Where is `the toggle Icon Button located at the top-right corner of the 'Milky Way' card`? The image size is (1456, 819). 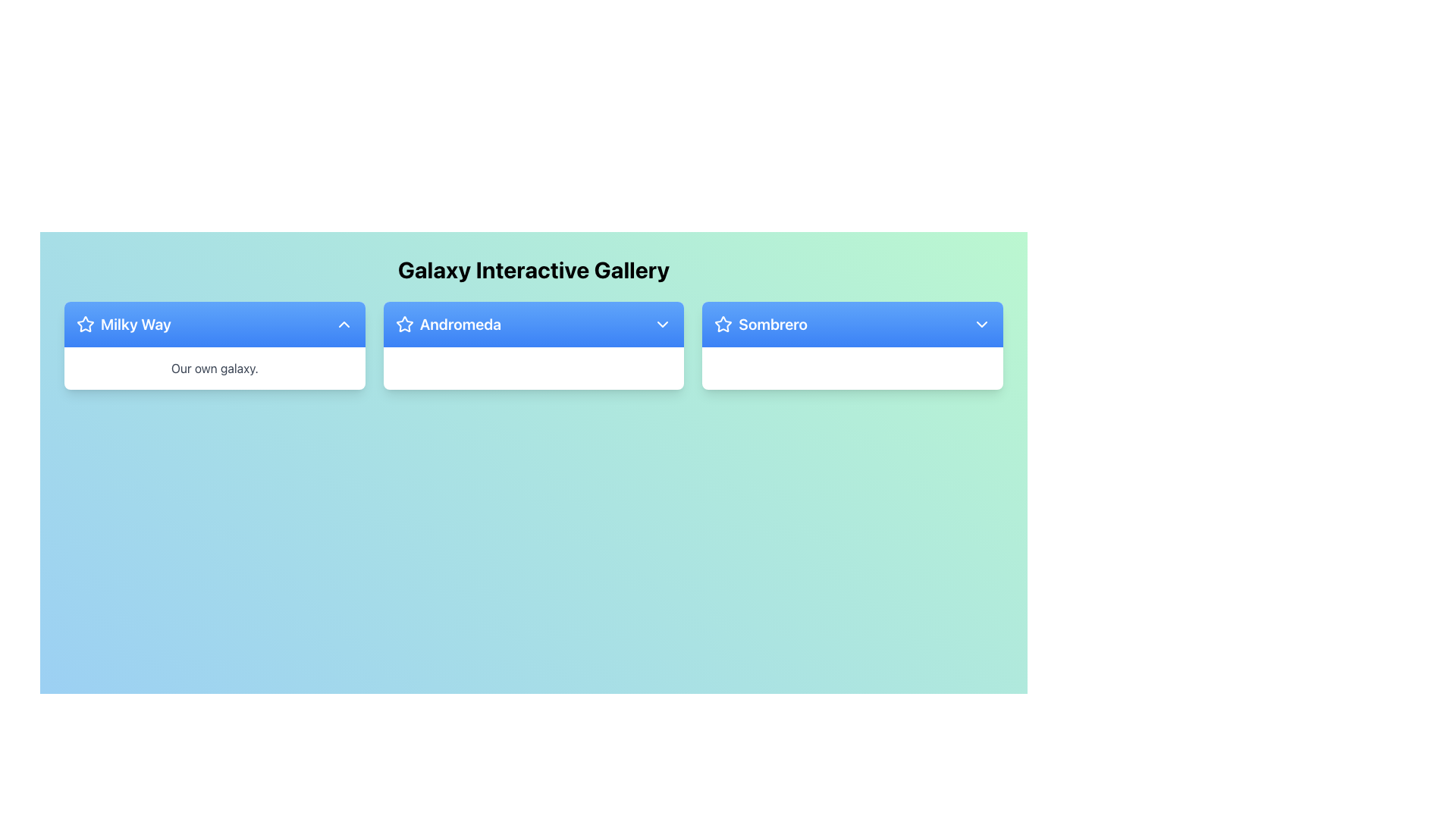 the toggle Icon Button located at the top-right corner of the 'Milky Way' card is located at coordinates (343, 324).